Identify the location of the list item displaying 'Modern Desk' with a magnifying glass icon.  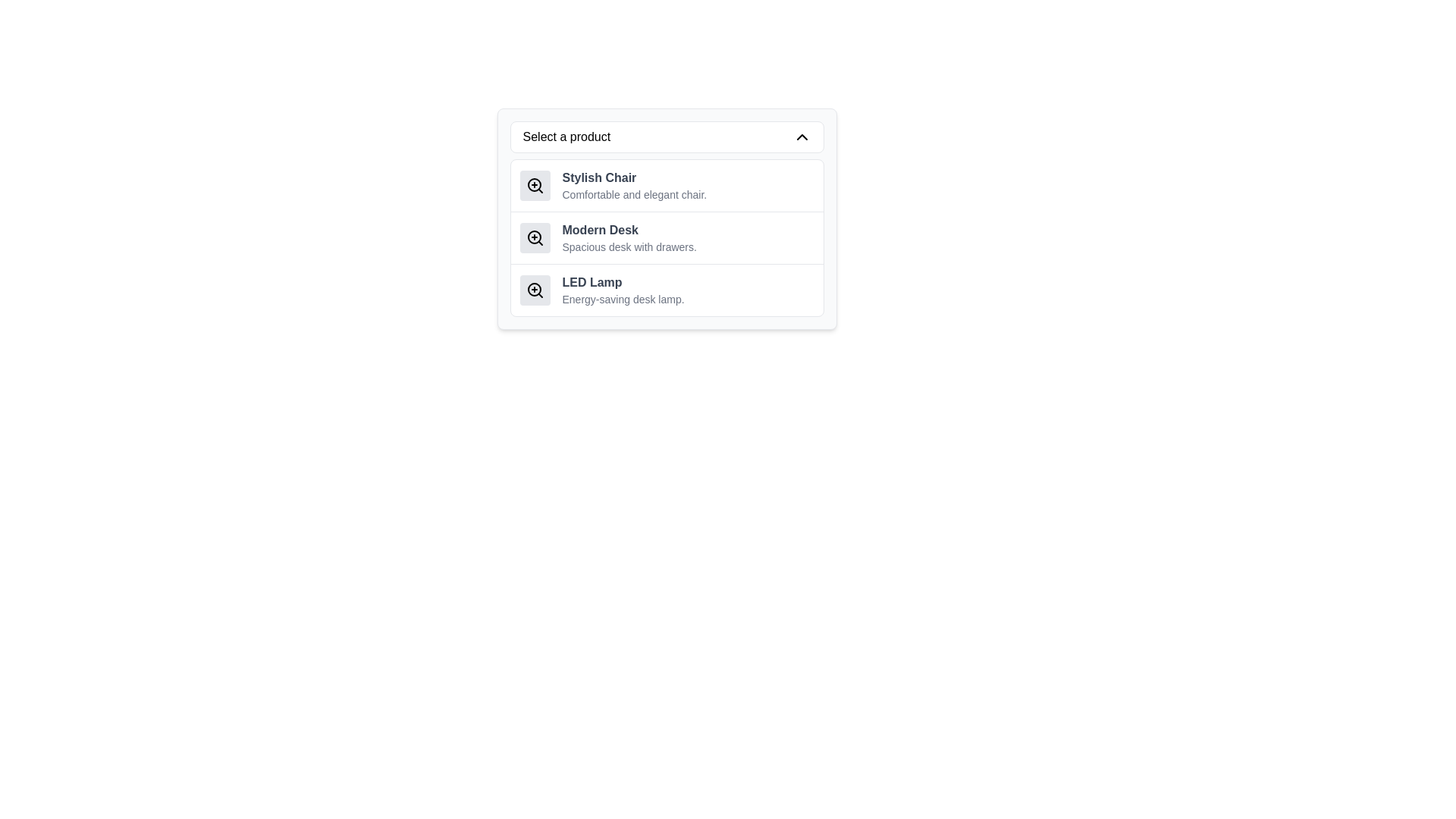
(667, 237).